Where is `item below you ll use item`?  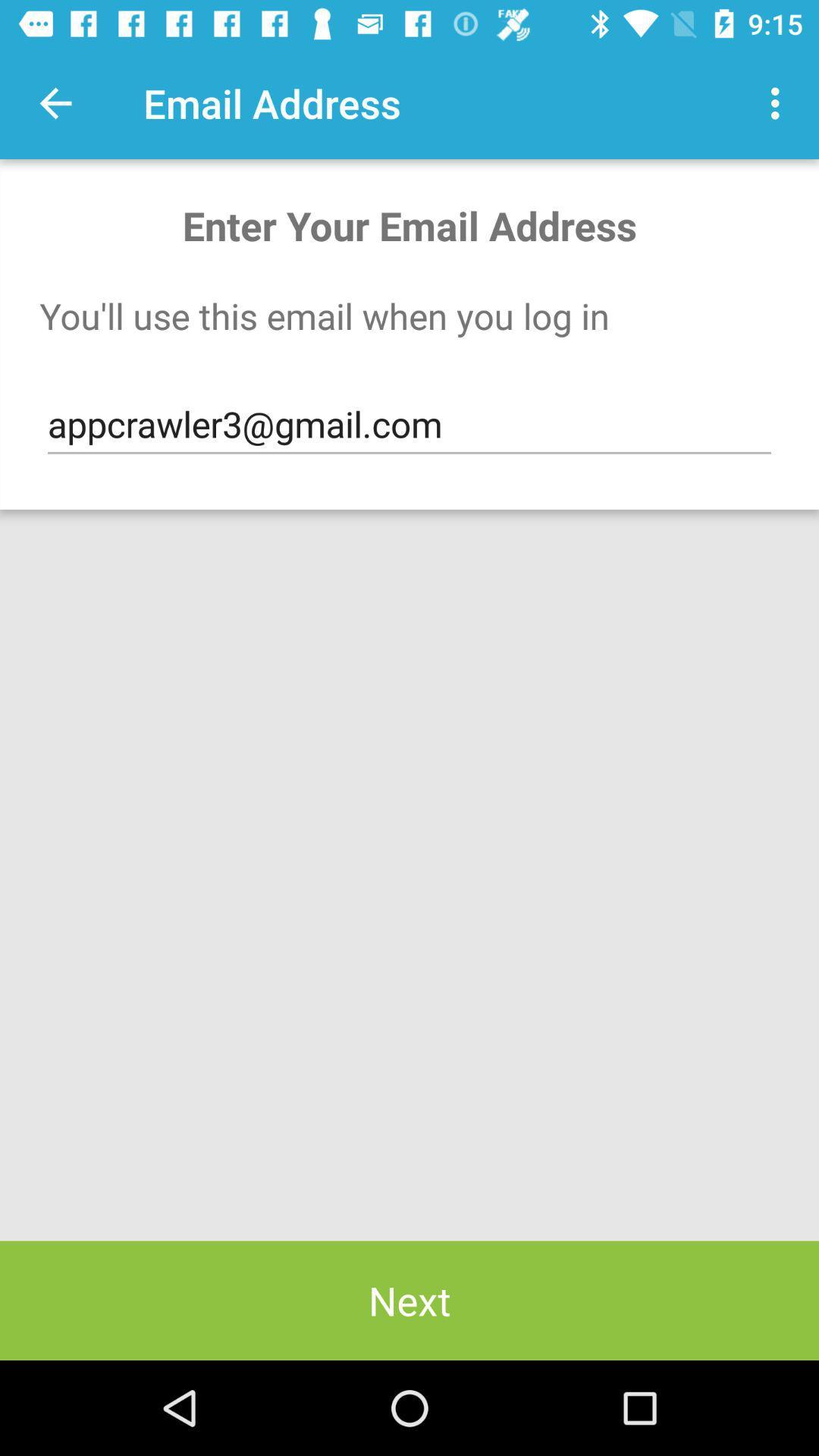
item below you ll use item is located at coordinates (409, 425).